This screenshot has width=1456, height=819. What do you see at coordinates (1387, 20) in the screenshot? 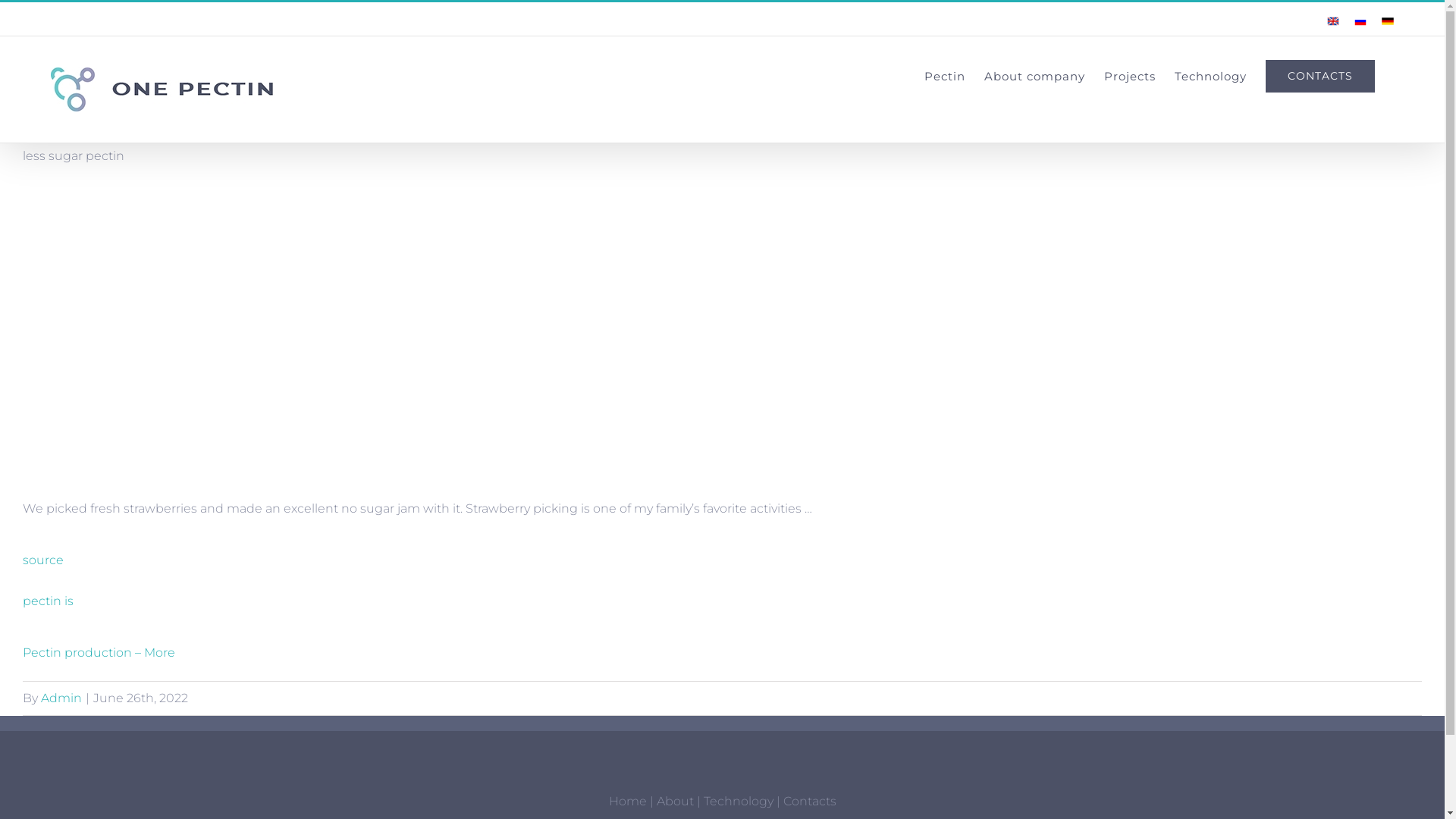
I see `'German'` at bounding box center [1387, 20].